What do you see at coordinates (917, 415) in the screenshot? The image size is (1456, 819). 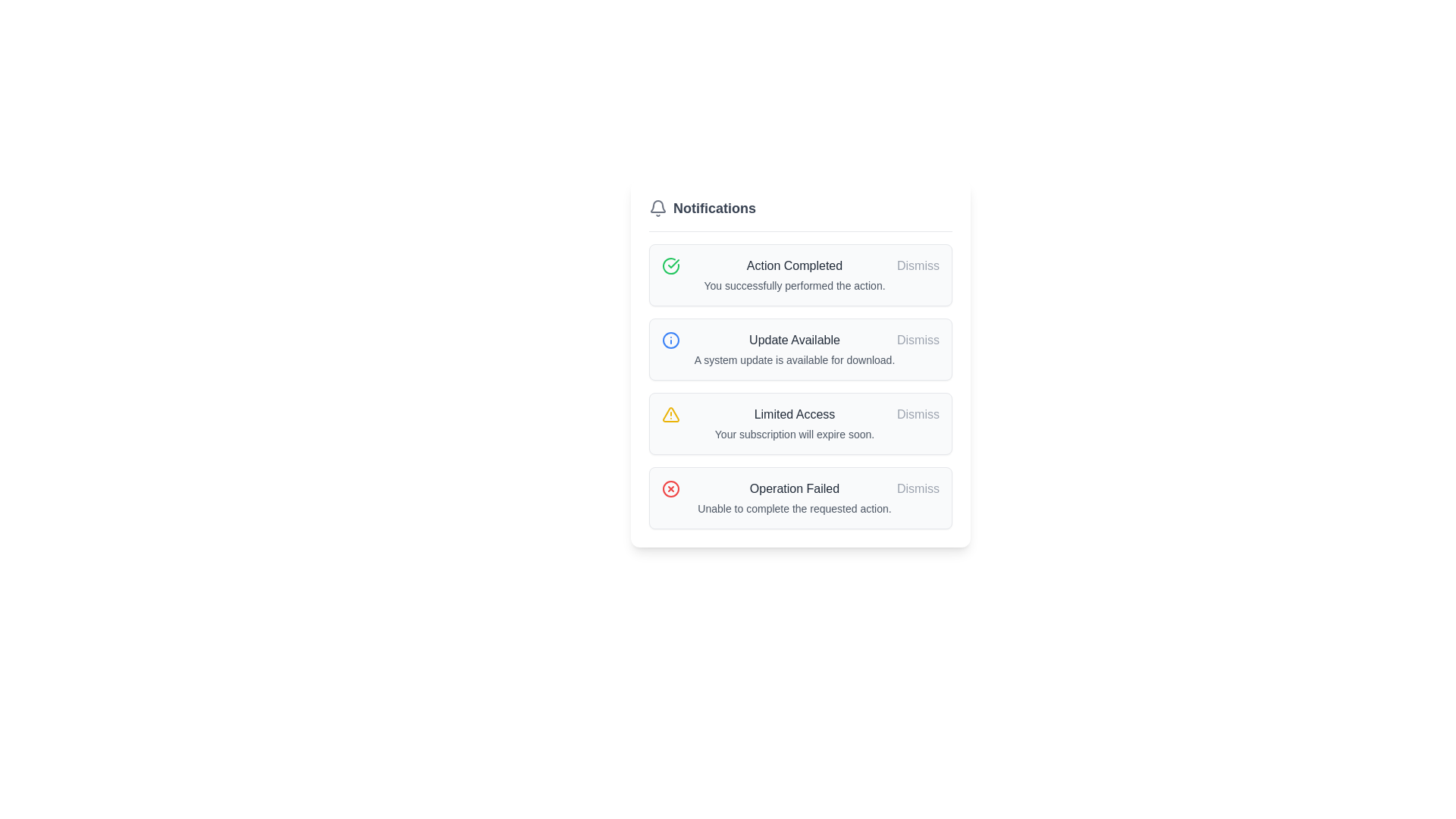 I see `the 'Dismiss' button, which is a clickable text element styled with light gray font next to the warning message 'Limited Access.'` at bounding box center [917, 415].